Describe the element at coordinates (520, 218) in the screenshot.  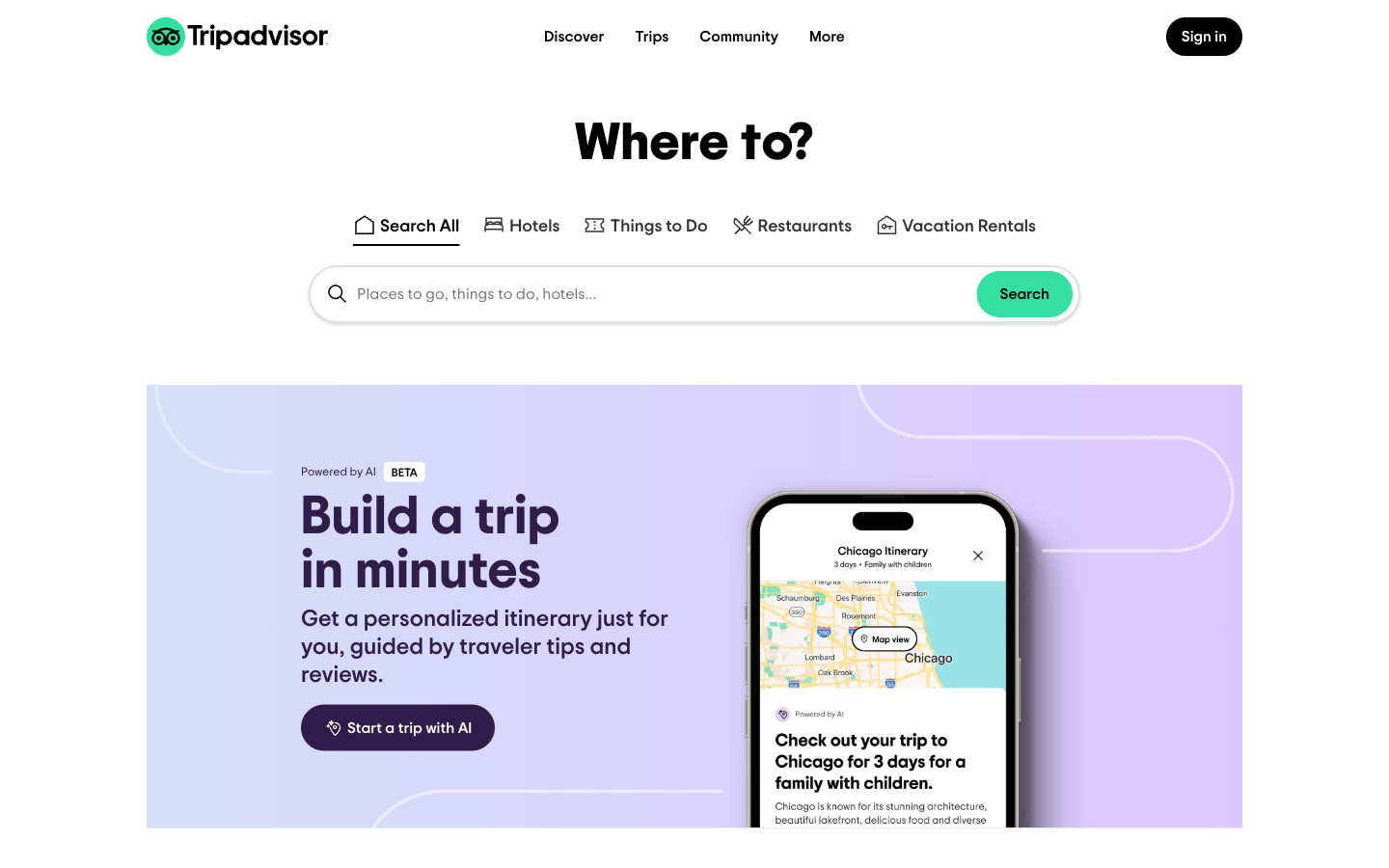
I see `Enter "Paris" in the search area and proceed with the search operation` at that location.